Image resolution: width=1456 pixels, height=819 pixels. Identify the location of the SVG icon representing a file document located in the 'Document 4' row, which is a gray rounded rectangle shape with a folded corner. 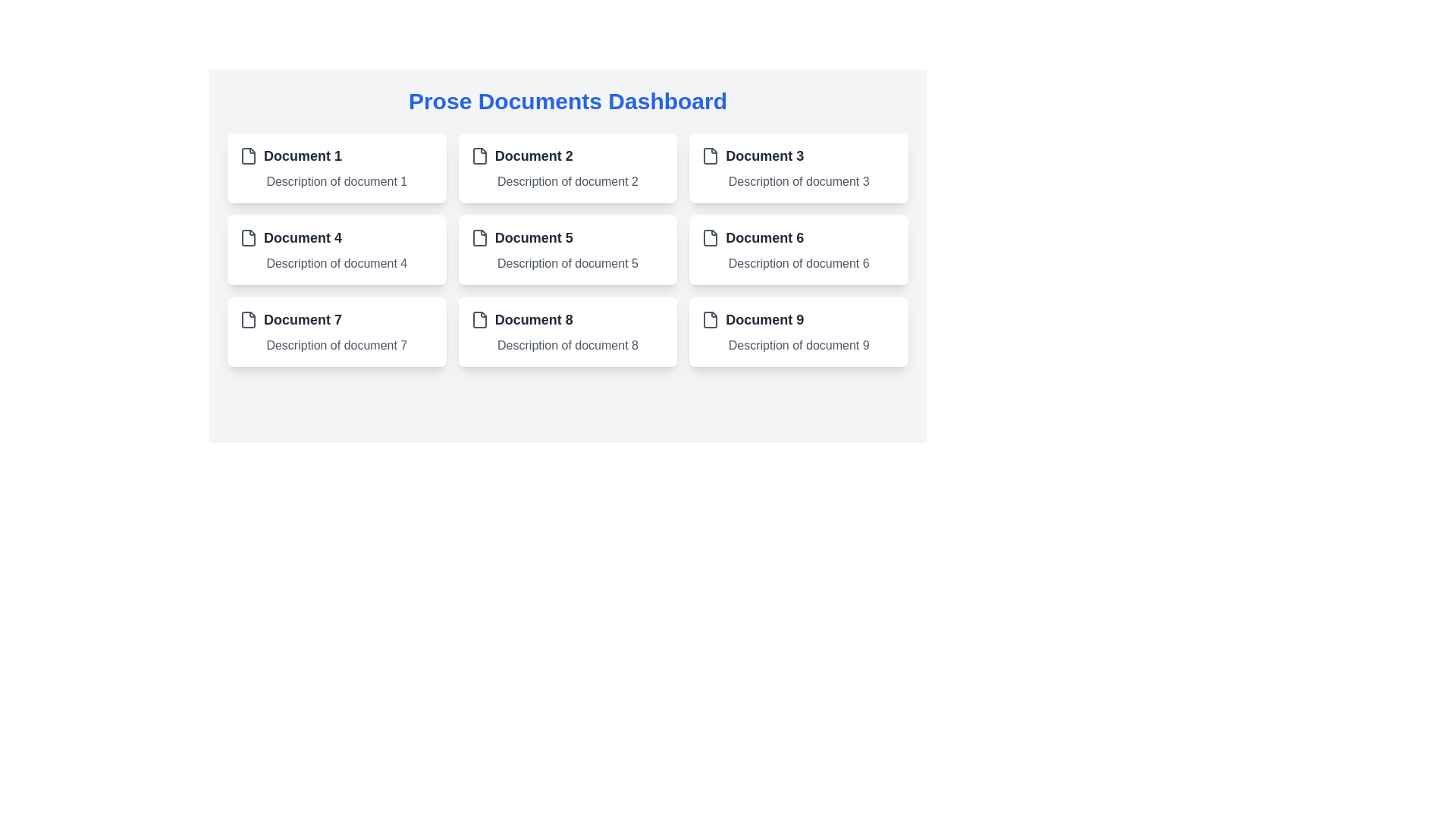
(248, 237).